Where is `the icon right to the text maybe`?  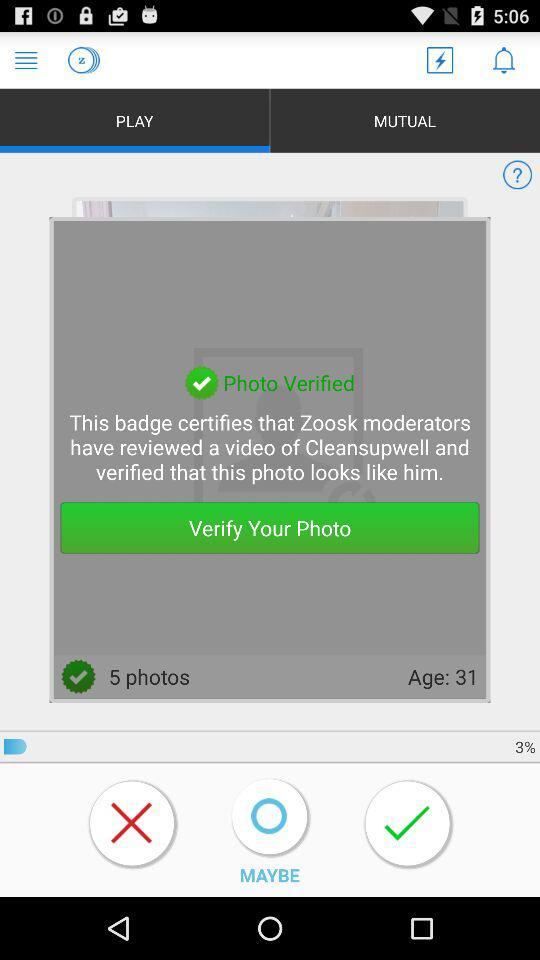
the icon right to the text maybe is located at coordinates (407, 823).